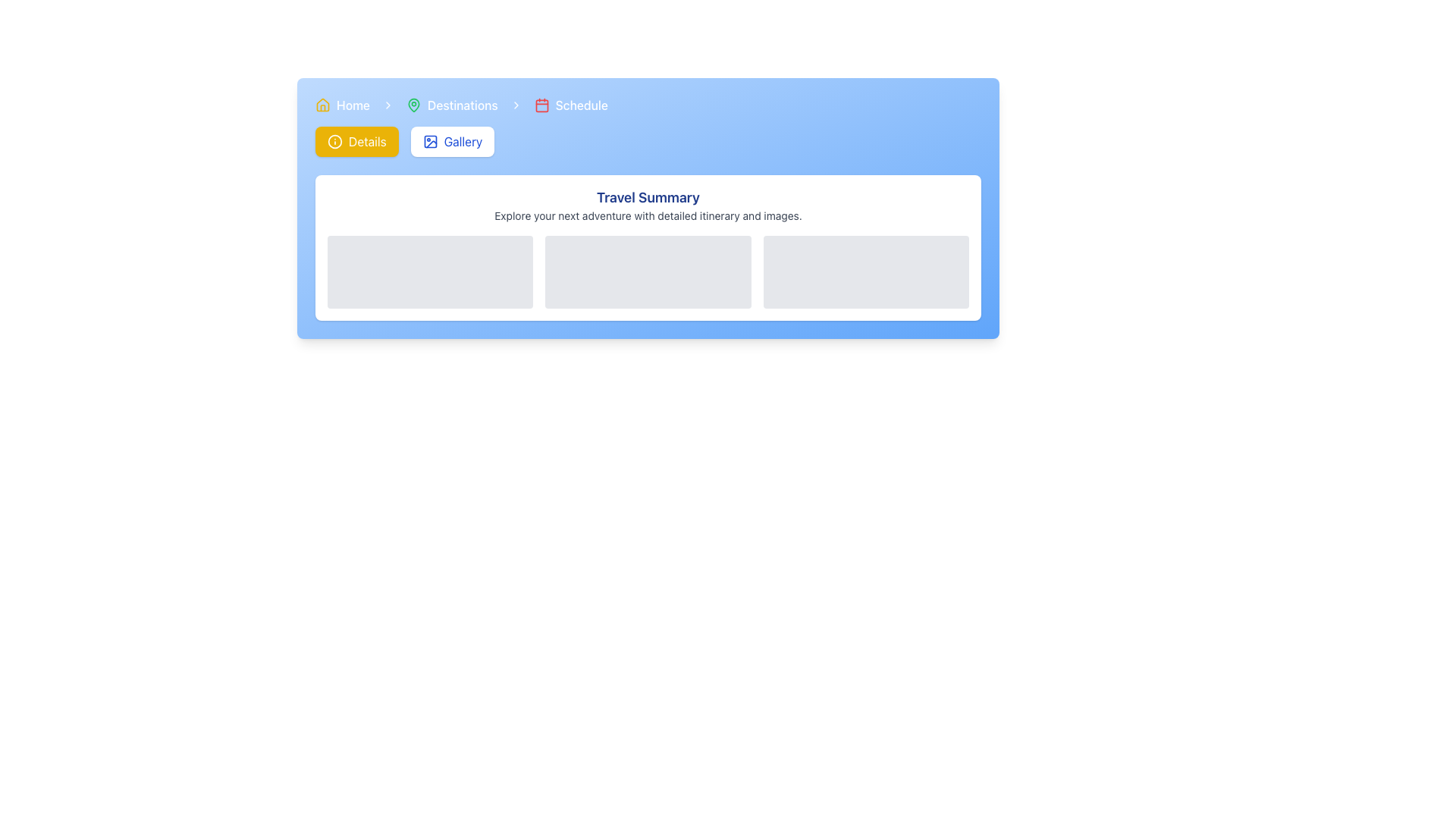 The width and height of the screenshot is (1456, 819). What do you see at coordinates (541, 104) in the screenshot?
I see `the 'Schedule' icon in the breadcrumb navigation section, located to the left of the 'Schedule' text label and to the right of the 'Destinations' segment` at bounding box center [541, 104].